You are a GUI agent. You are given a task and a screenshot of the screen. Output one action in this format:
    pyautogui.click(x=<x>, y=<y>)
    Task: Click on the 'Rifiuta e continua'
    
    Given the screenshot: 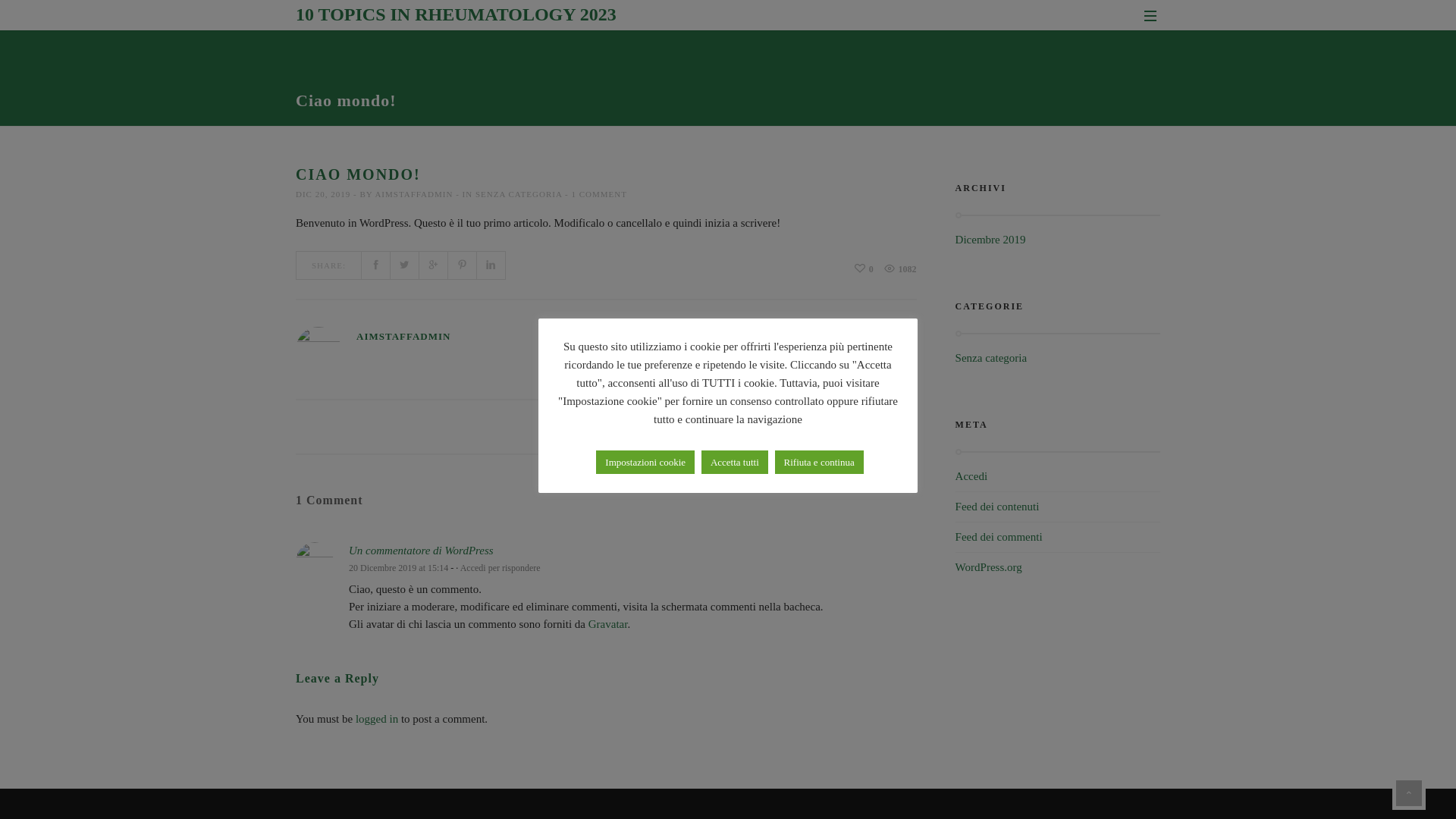 What is the action you would take?
    pyautogui.click(x=818, y=461)
    